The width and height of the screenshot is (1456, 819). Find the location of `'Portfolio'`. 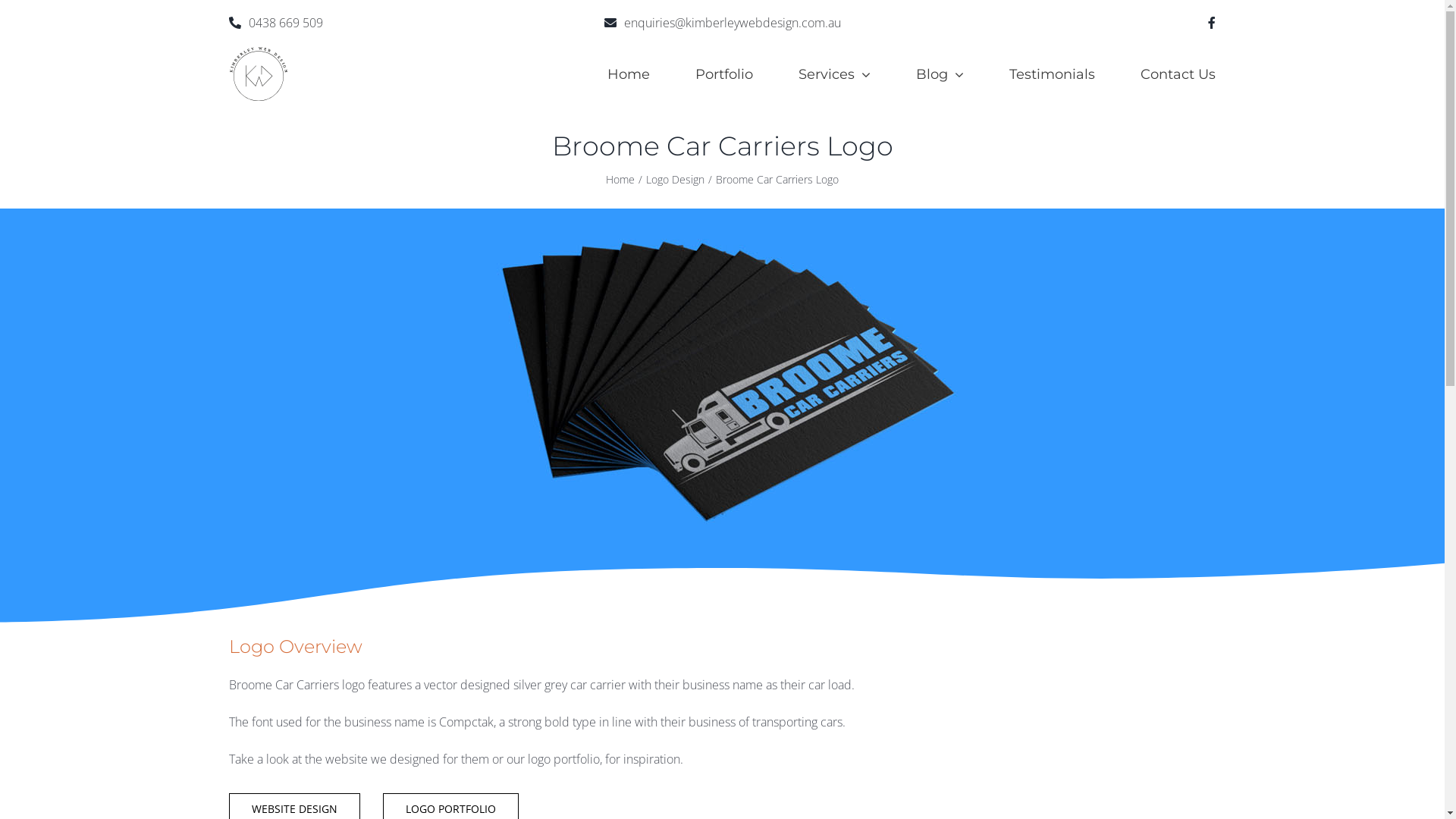

'Portfolio' is located at coordinates (723, 74).